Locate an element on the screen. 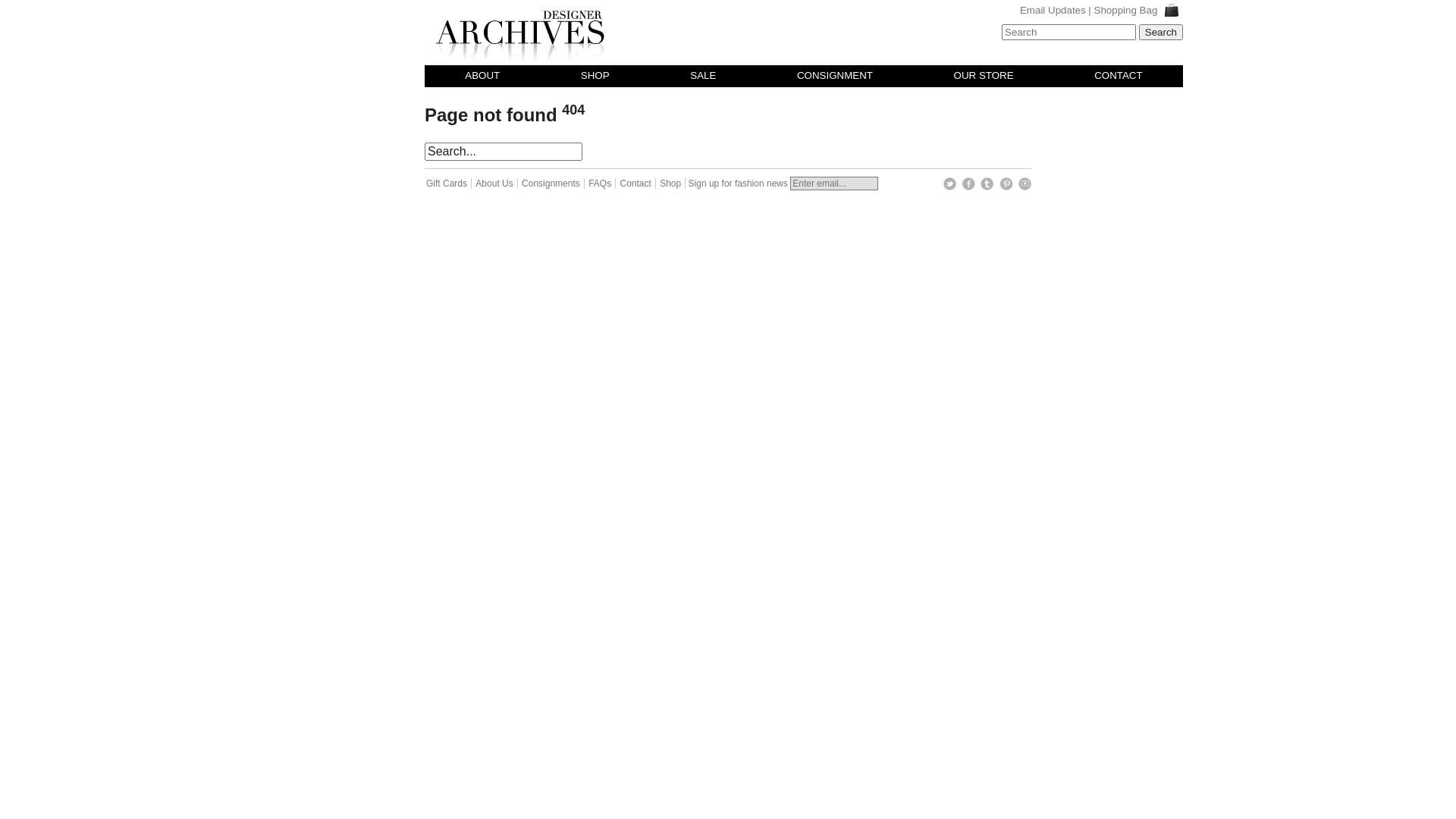 This screenshot has height=819, width=1456. 'CONSIGNMENT' is located at coordinates (833, 76).